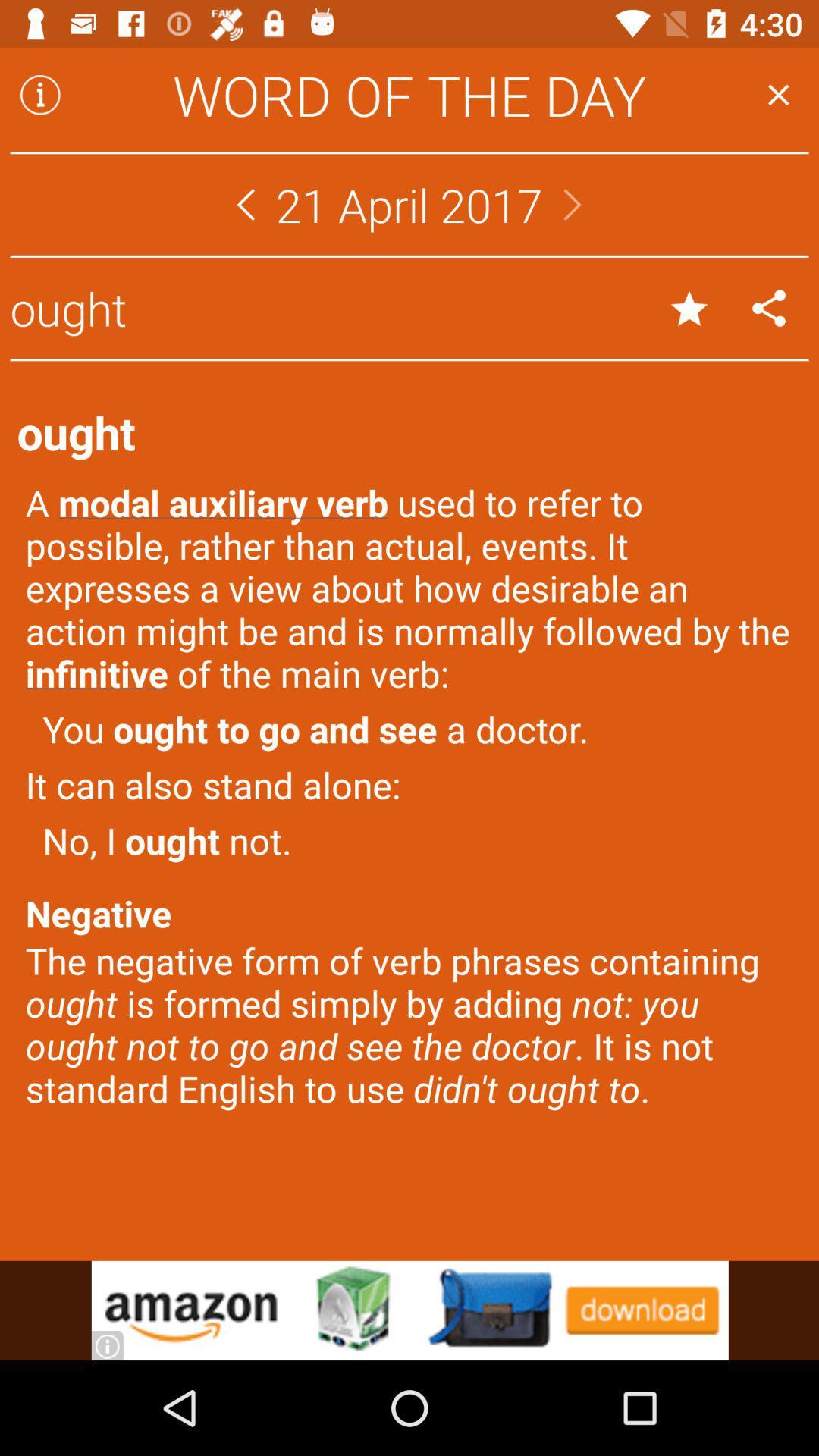 This screenshot has height=1456, width=819. I want to click on goto next, so click(573, 203).